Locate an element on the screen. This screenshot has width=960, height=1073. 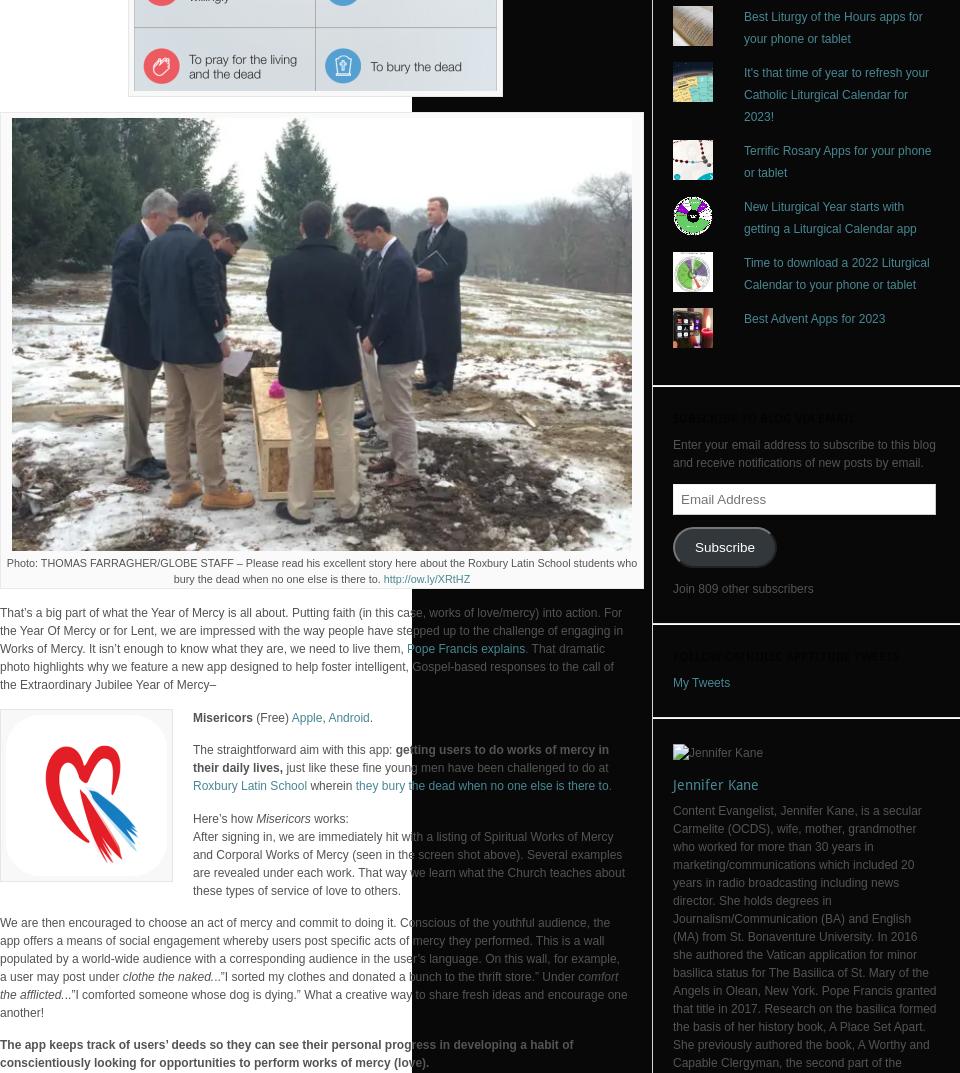
'Enter your email address to subscribe to this blog and receive notifications of new posts by email.' is located at coordinates (672, 453).